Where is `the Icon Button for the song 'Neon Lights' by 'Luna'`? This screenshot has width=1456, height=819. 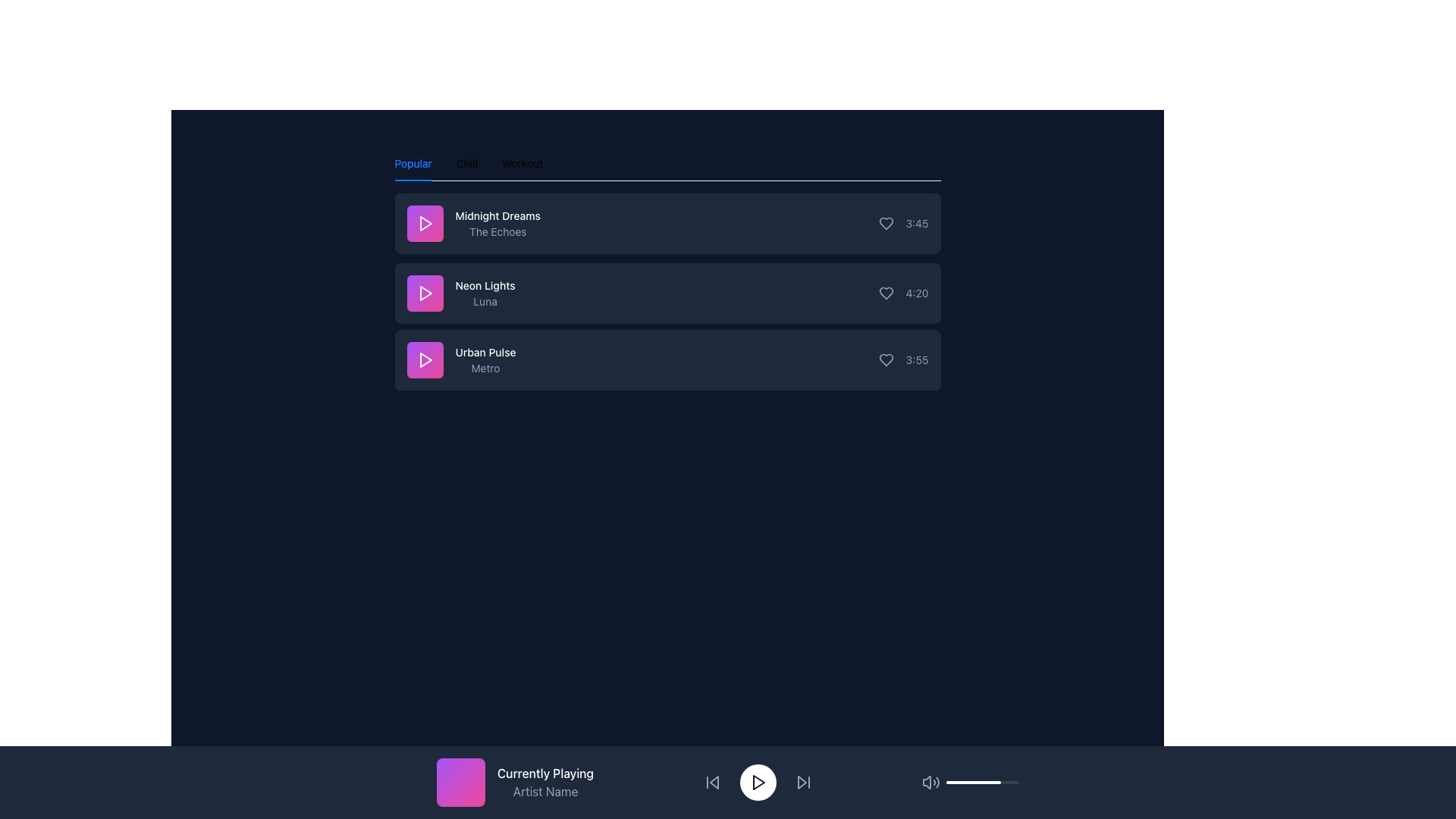
the Icon Button for the song 'Neon Lights' by 'Luna' is located at coordinates (886, 293).